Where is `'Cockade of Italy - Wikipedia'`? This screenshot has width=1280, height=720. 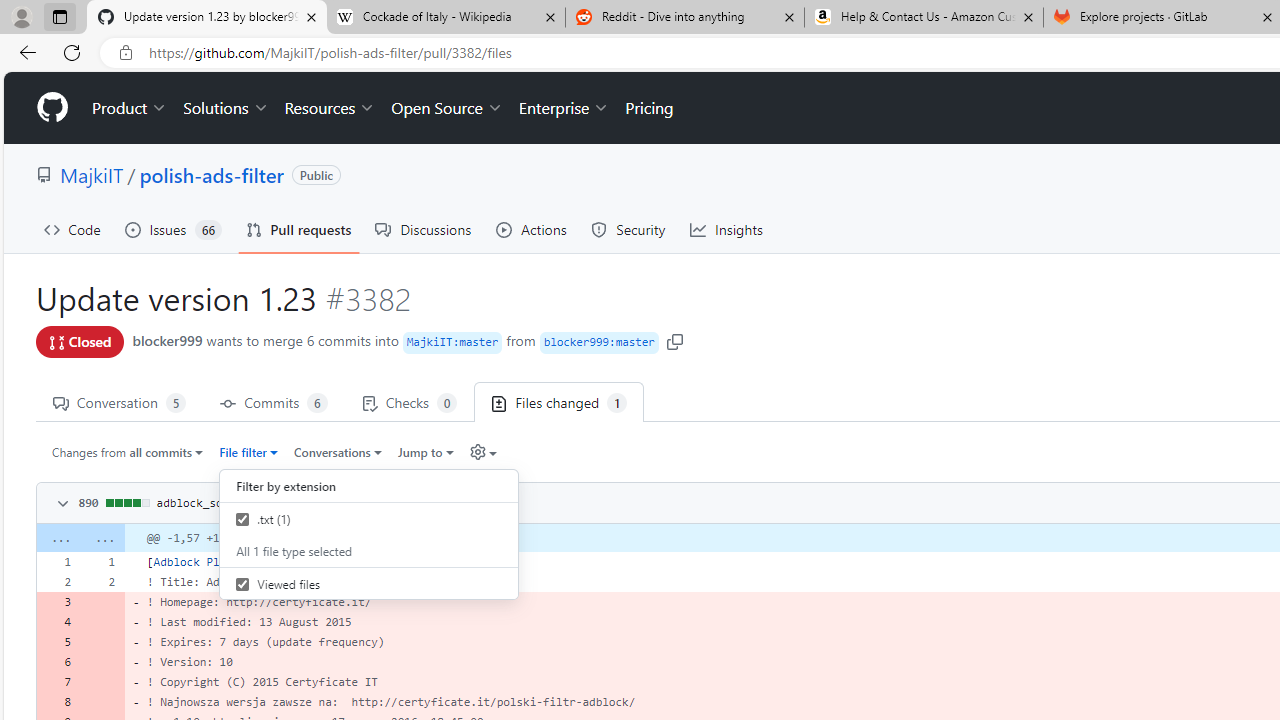
'Cockade of Italy - Wikipedia' is located at coordinates (444, 17).